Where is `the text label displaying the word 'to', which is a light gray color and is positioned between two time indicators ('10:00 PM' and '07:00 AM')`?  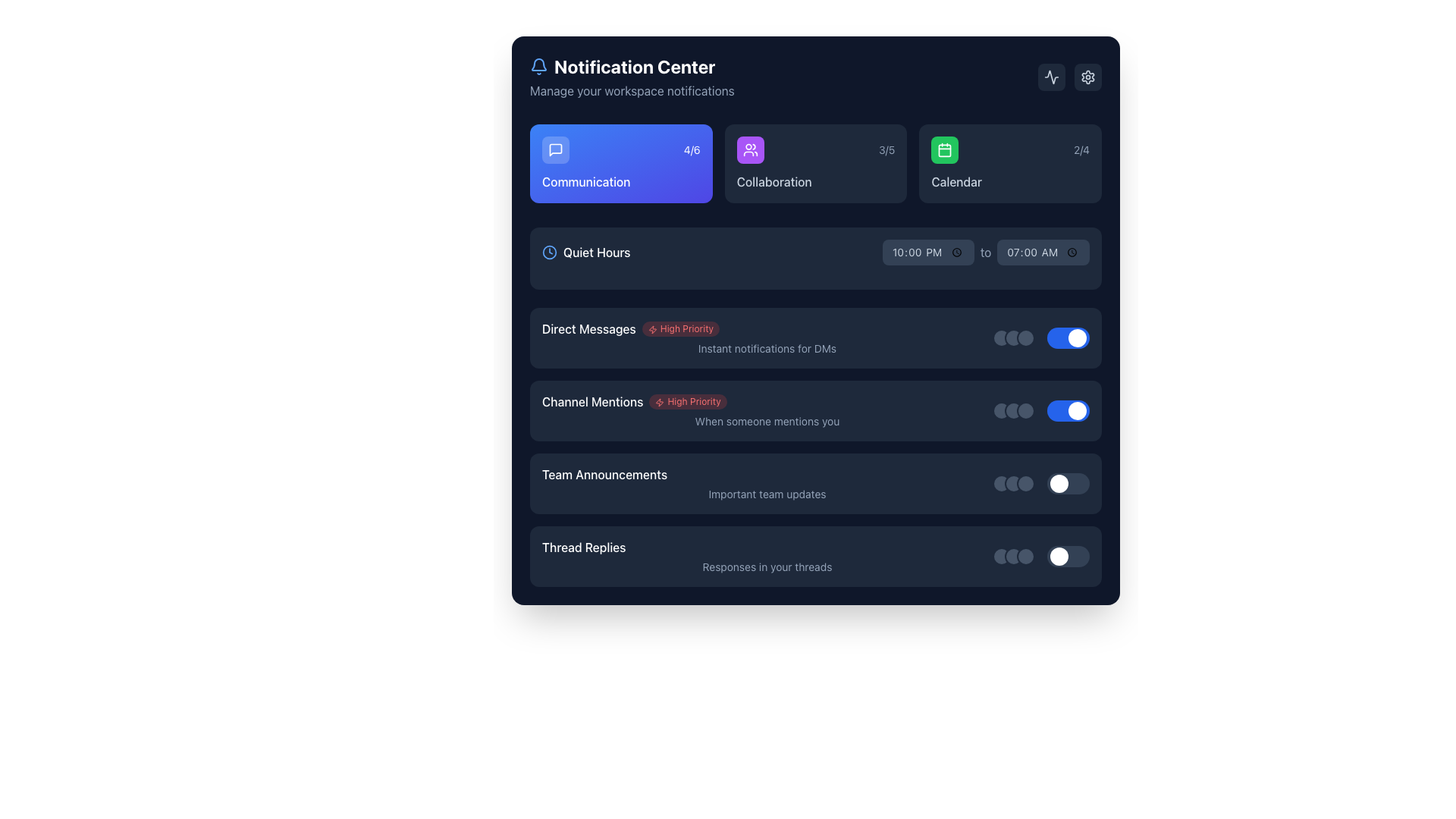 the text label displaying the word 'to', which is a light gray color and is positioned between two time indicators ('10:00 PM' and '07:00 AM') is located at coordinates (986, 251).